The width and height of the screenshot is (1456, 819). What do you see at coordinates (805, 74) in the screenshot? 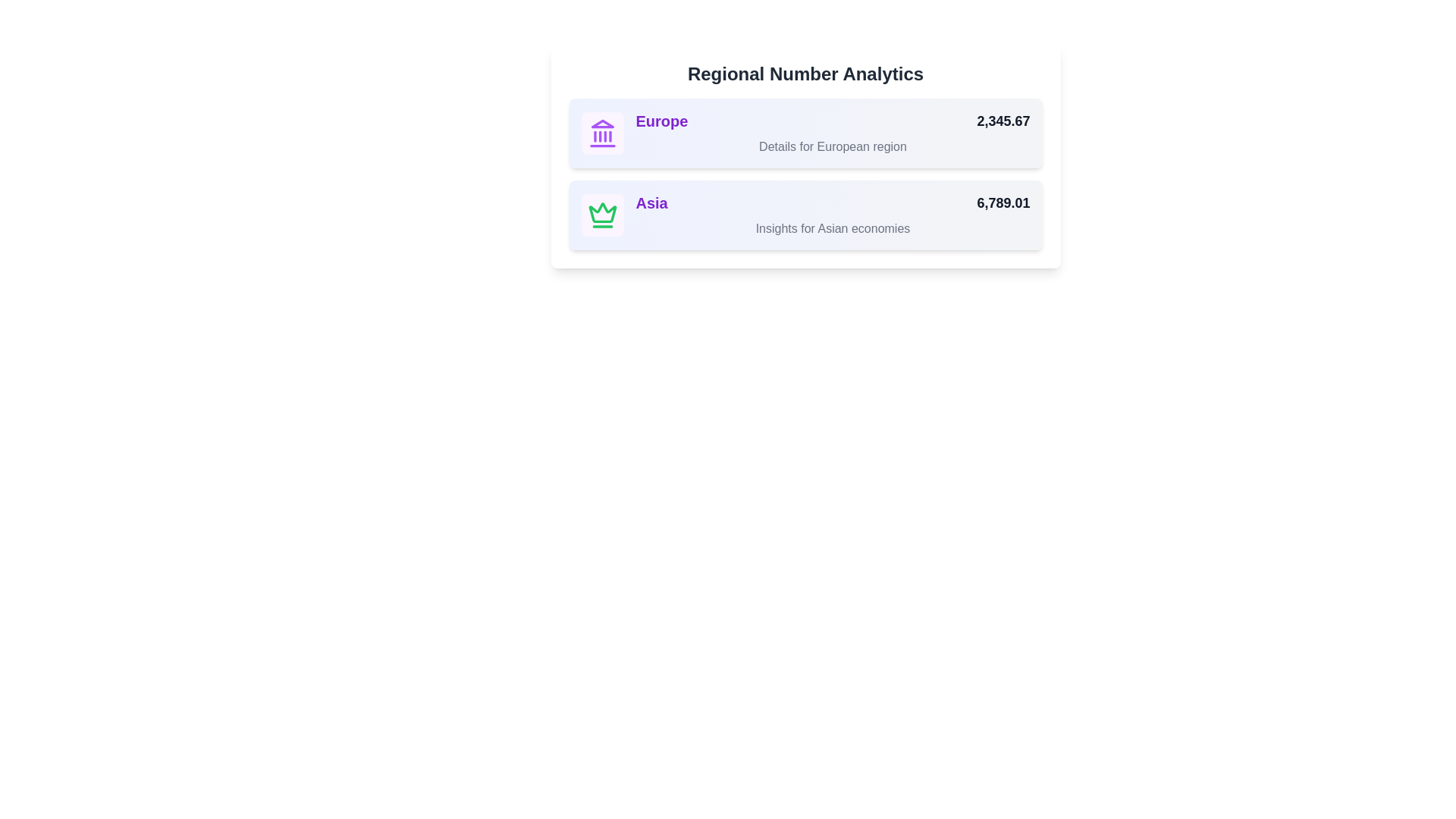
I see `the header text block that reads 'Regional Number Analytics', which is styled in a large and bold font and is centrally aligned at the top of its card-like section` at bounding box center [805, 74].